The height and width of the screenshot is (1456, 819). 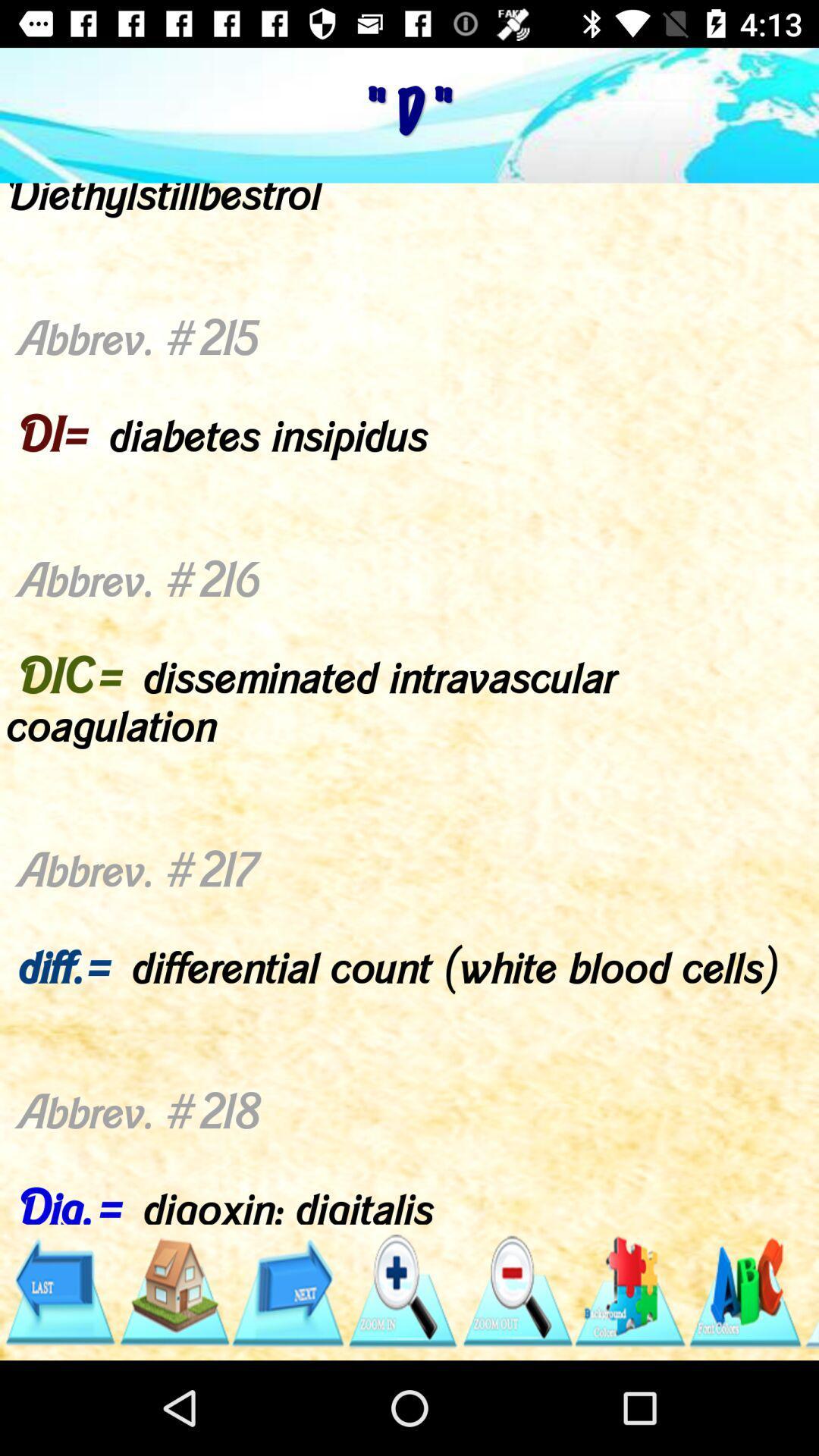 What do you see at coordinates (58, 1291) in the screenshot?
I see `icon below the abbrev 	209	 	d item` at bounding box center [58, 1291].